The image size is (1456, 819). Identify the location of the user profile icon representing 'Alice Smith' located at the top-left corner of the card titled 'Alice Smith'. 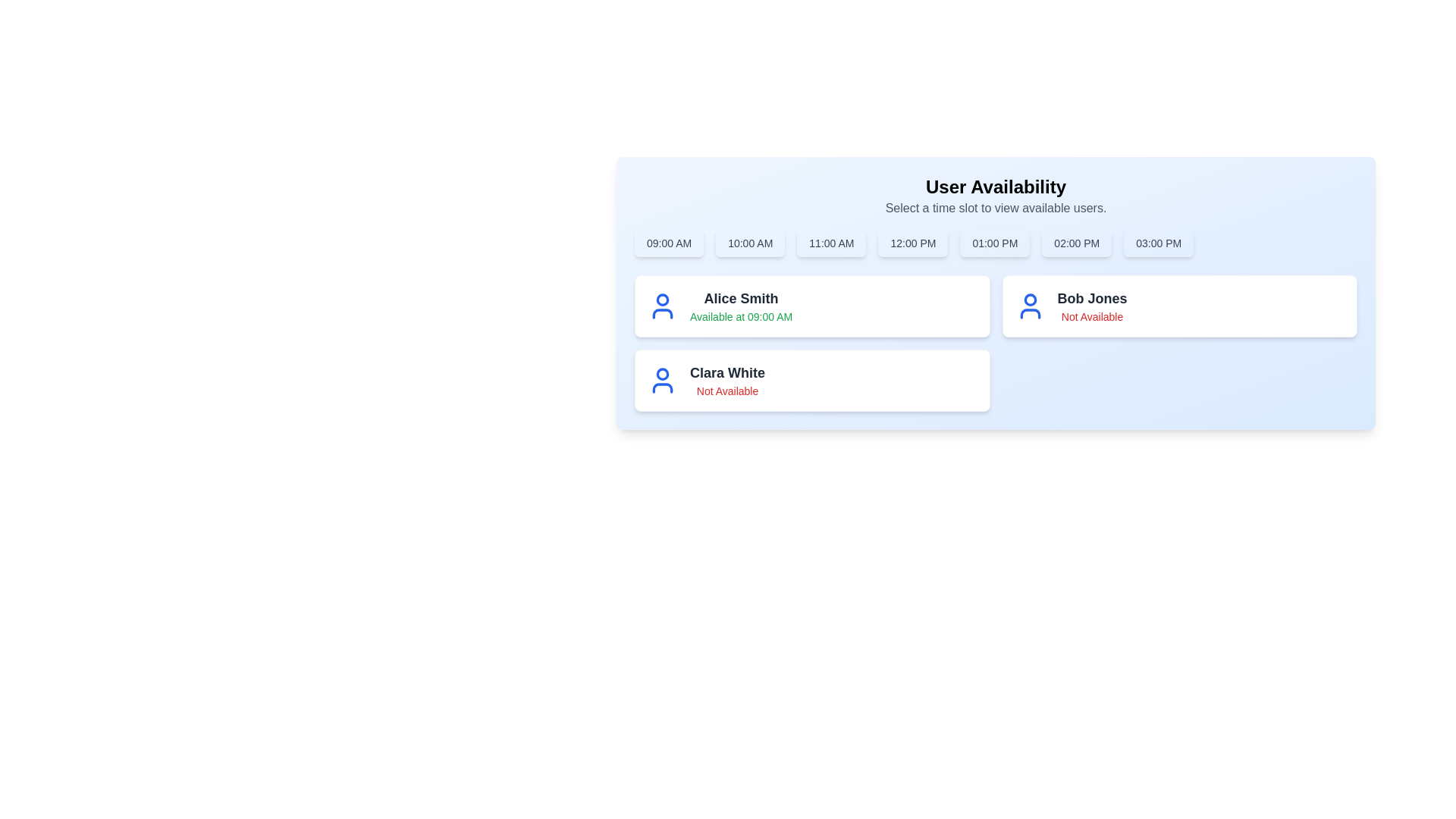
(662, 306).